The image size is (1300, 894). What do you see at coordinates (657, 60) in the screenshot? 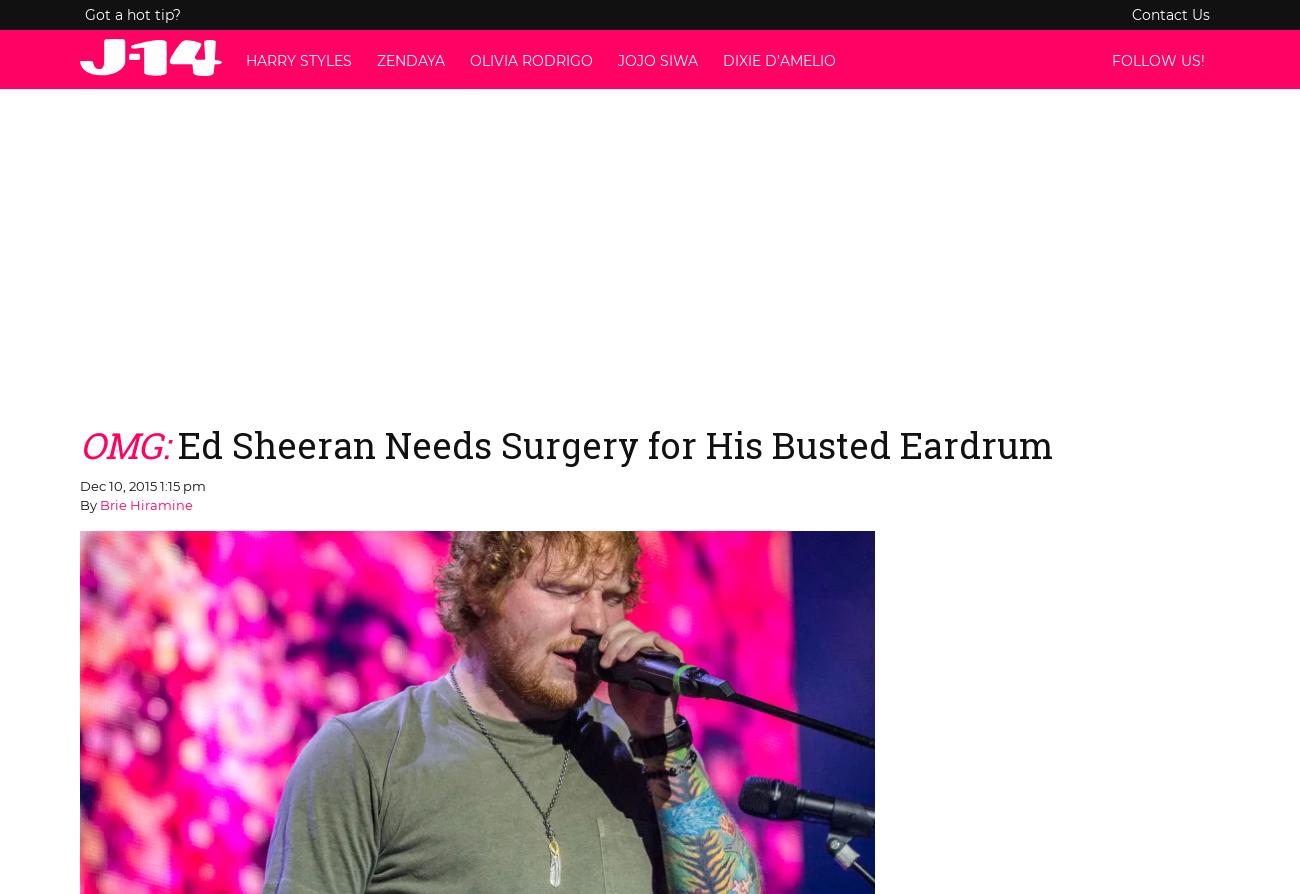
I see `'JoJo Siwa'` at bounding box center [657, 60].